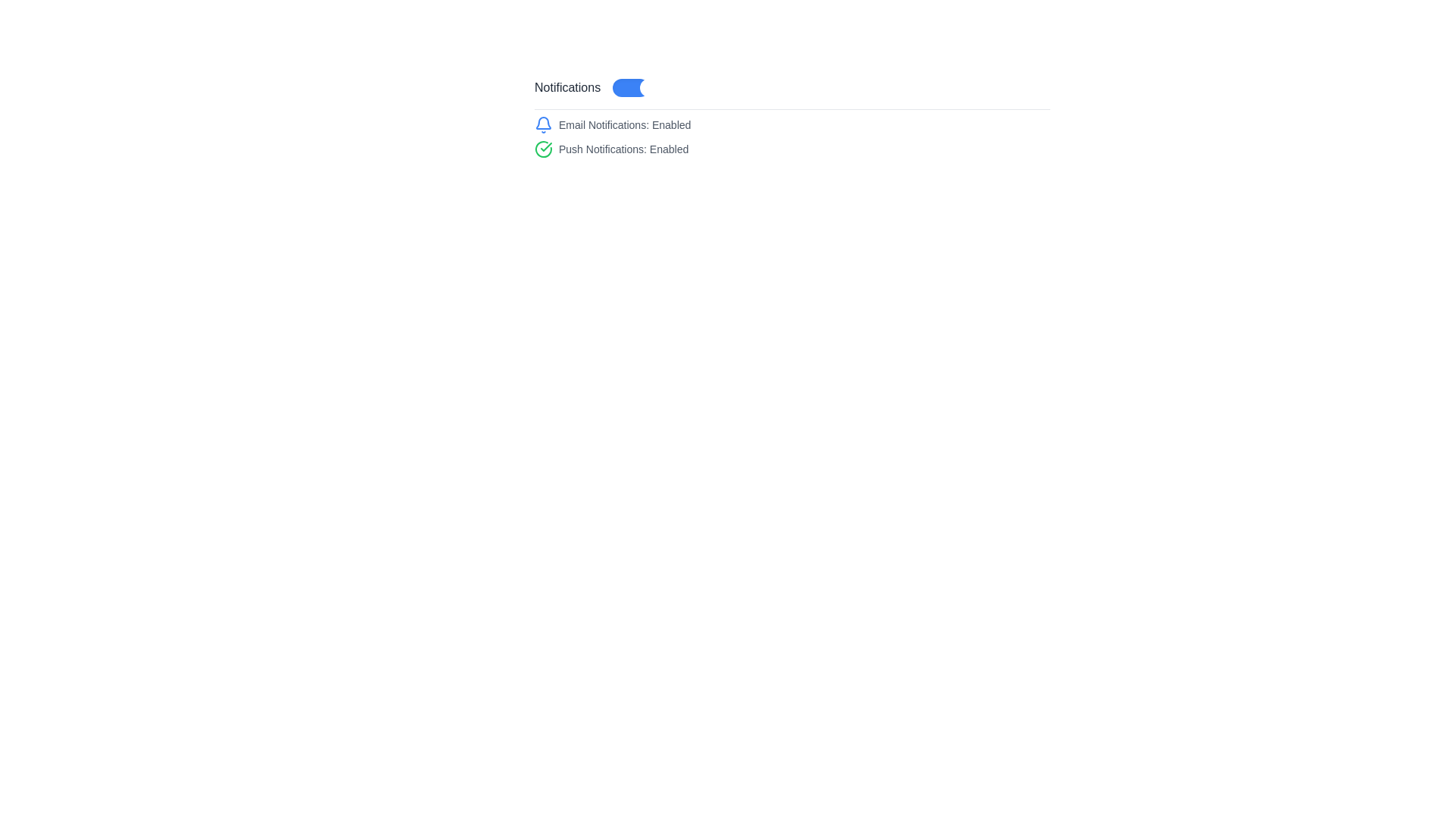 The image size is (1456, 819). Describe the element at coordinates (792, 117) in the screenshot. I see `the toggle switch in the Settings Panel to change the notification settings state` at that location.